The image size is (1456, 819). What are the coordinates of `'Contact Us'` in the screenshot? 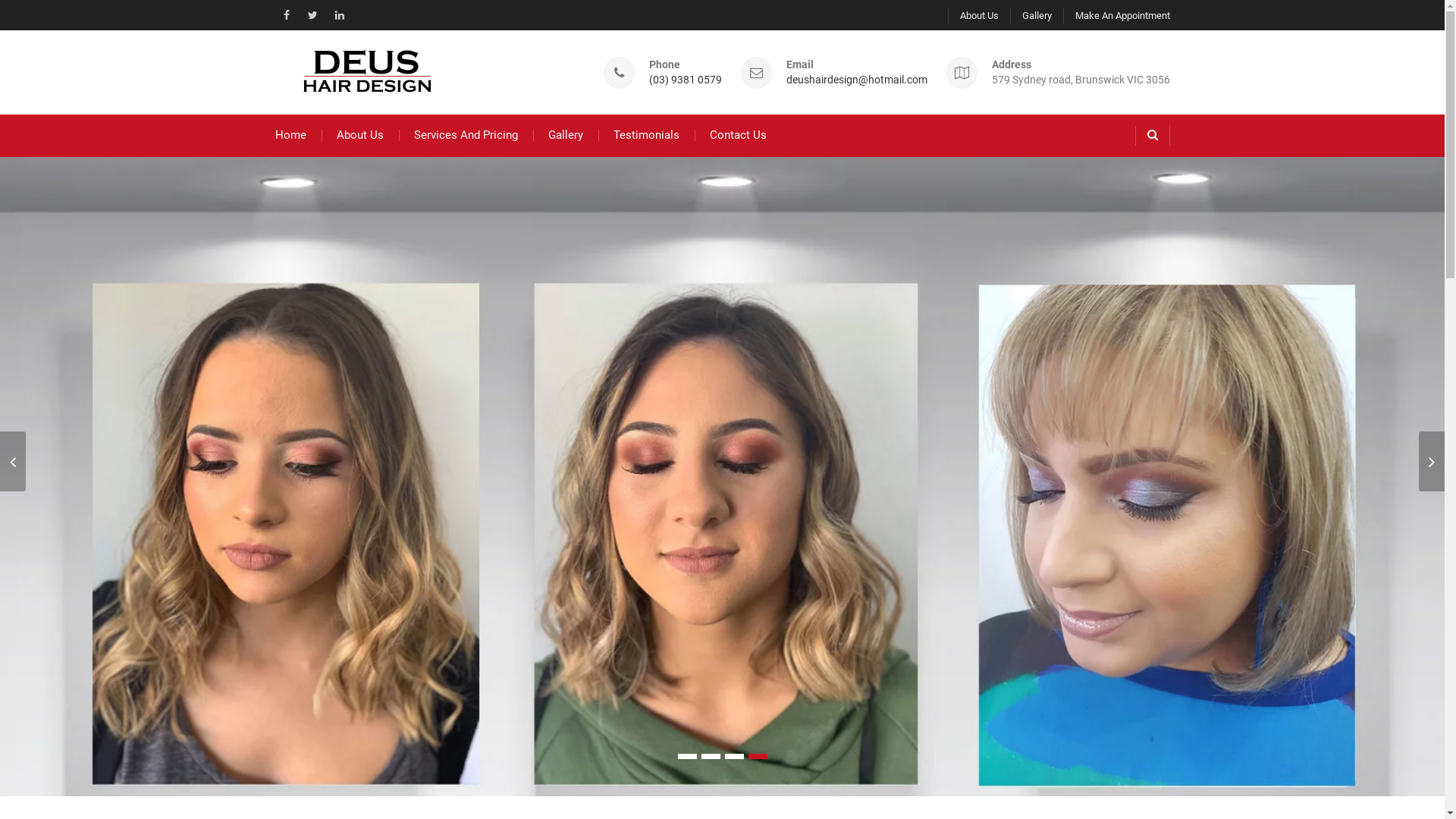 It's located at (738, 134).